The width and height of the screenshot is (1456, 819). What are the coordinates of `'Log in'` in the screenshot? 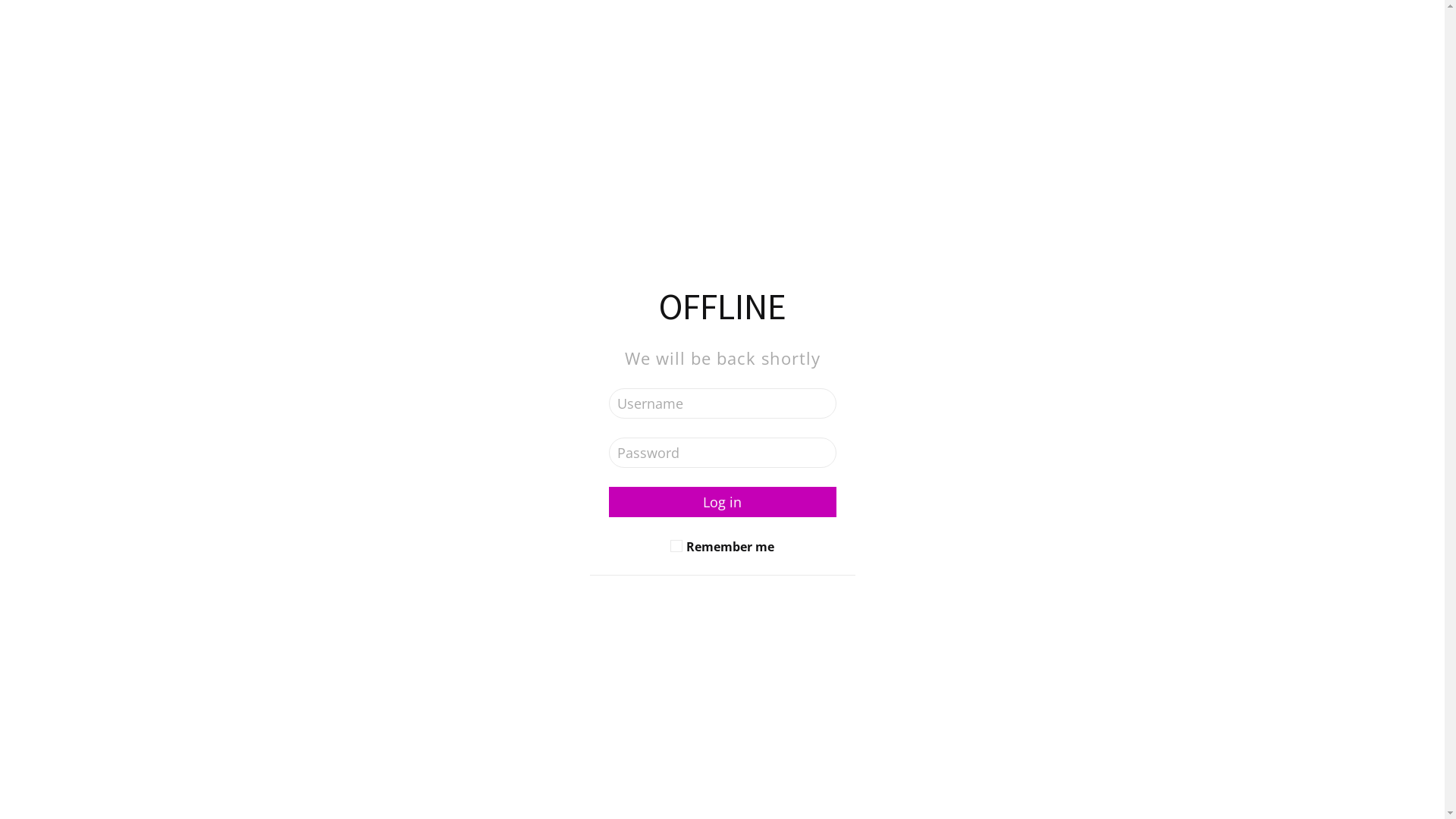 It's located at (720, 502).